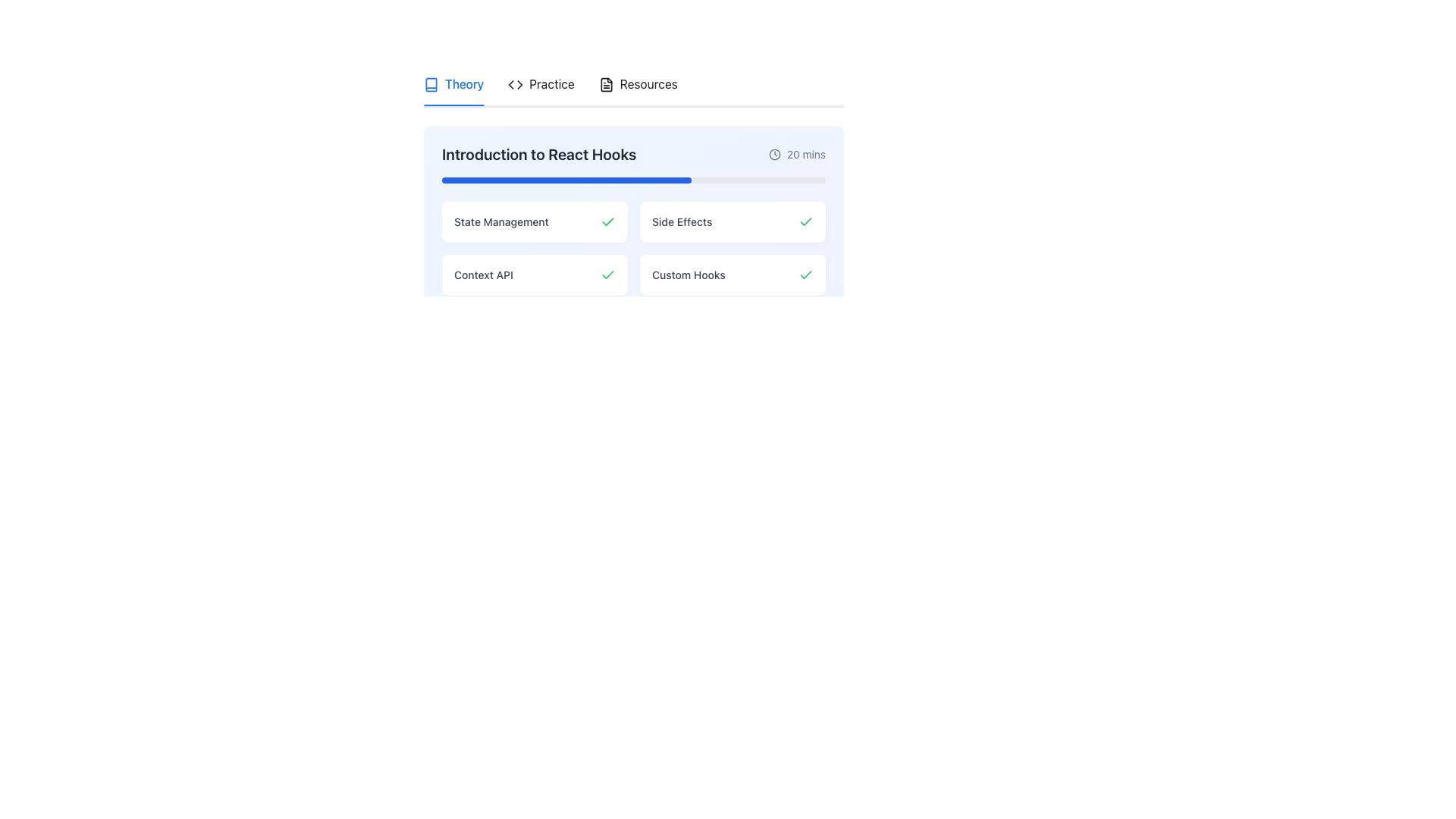  What do you see at coordinates (633, 187) in the screenshot?
I see `the 'Theory' tab in the navigation bar` at bounding box center [633, 187].